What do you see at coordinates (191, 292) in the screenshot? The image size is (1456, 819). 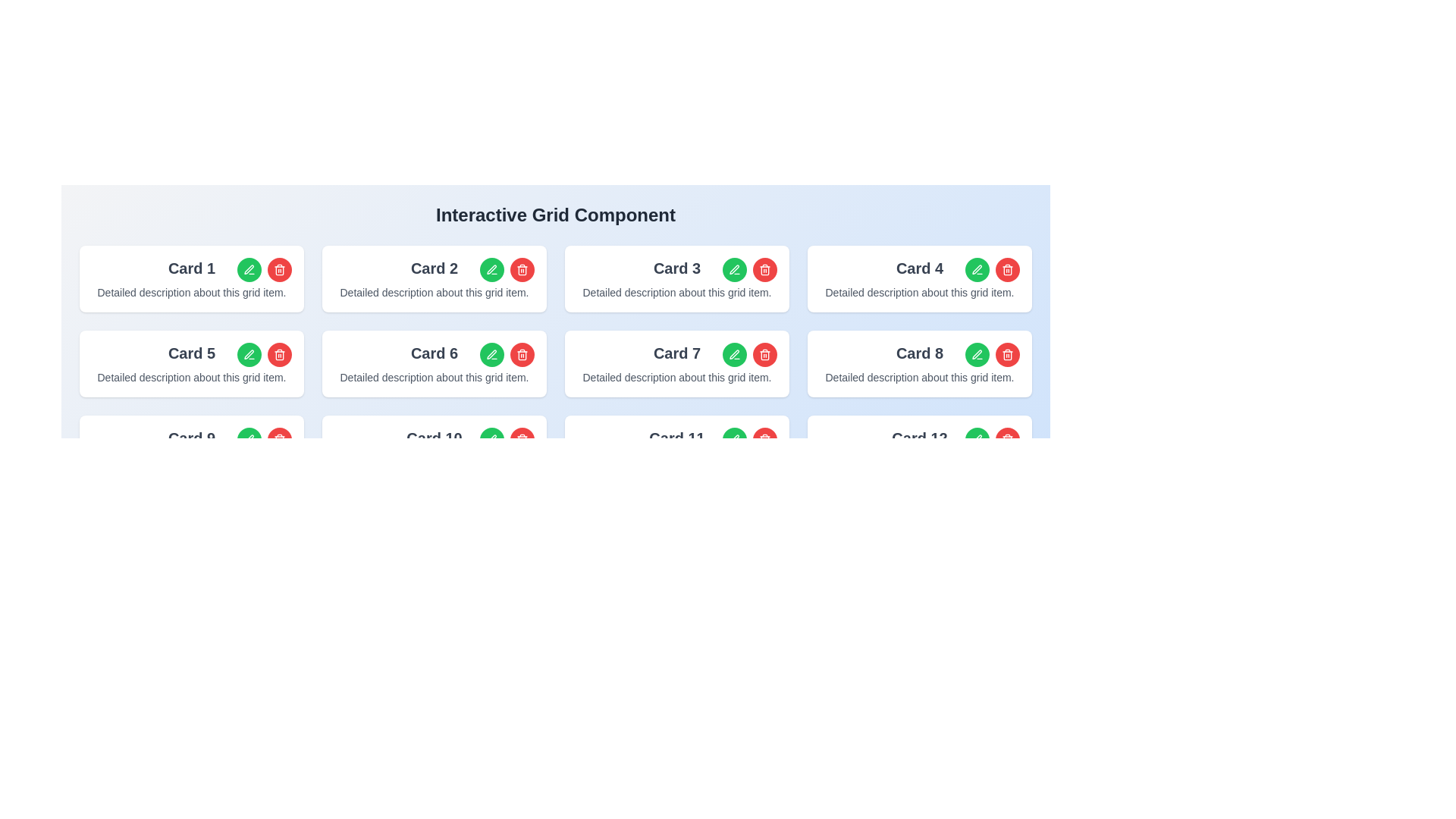 I see `descriptive text 'Detailed description about this grid item.' located under the heading 'Card 1' in the grid layout` at bounding box center [191, 292].